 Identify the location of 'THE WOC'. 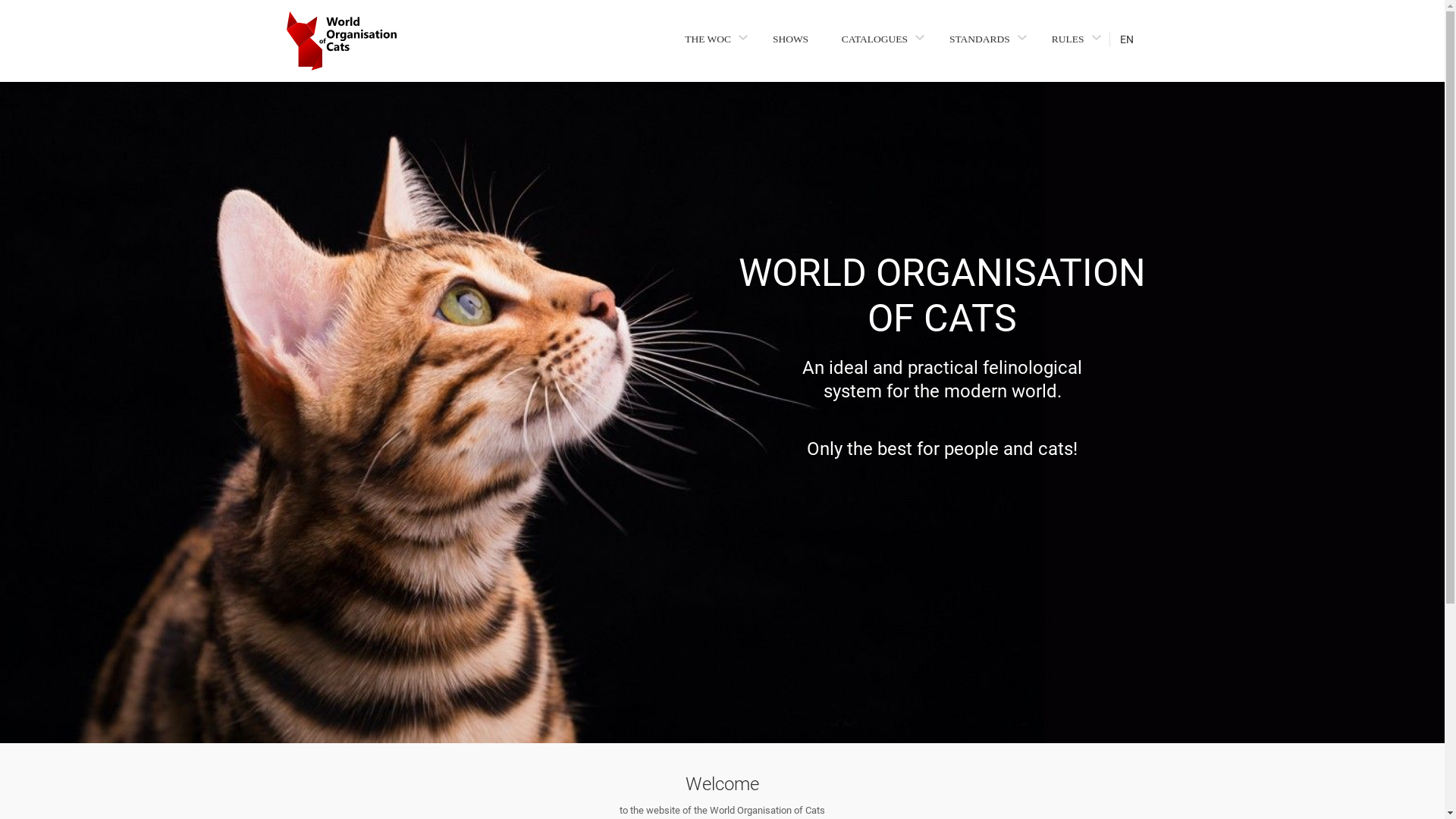
(679, 38).